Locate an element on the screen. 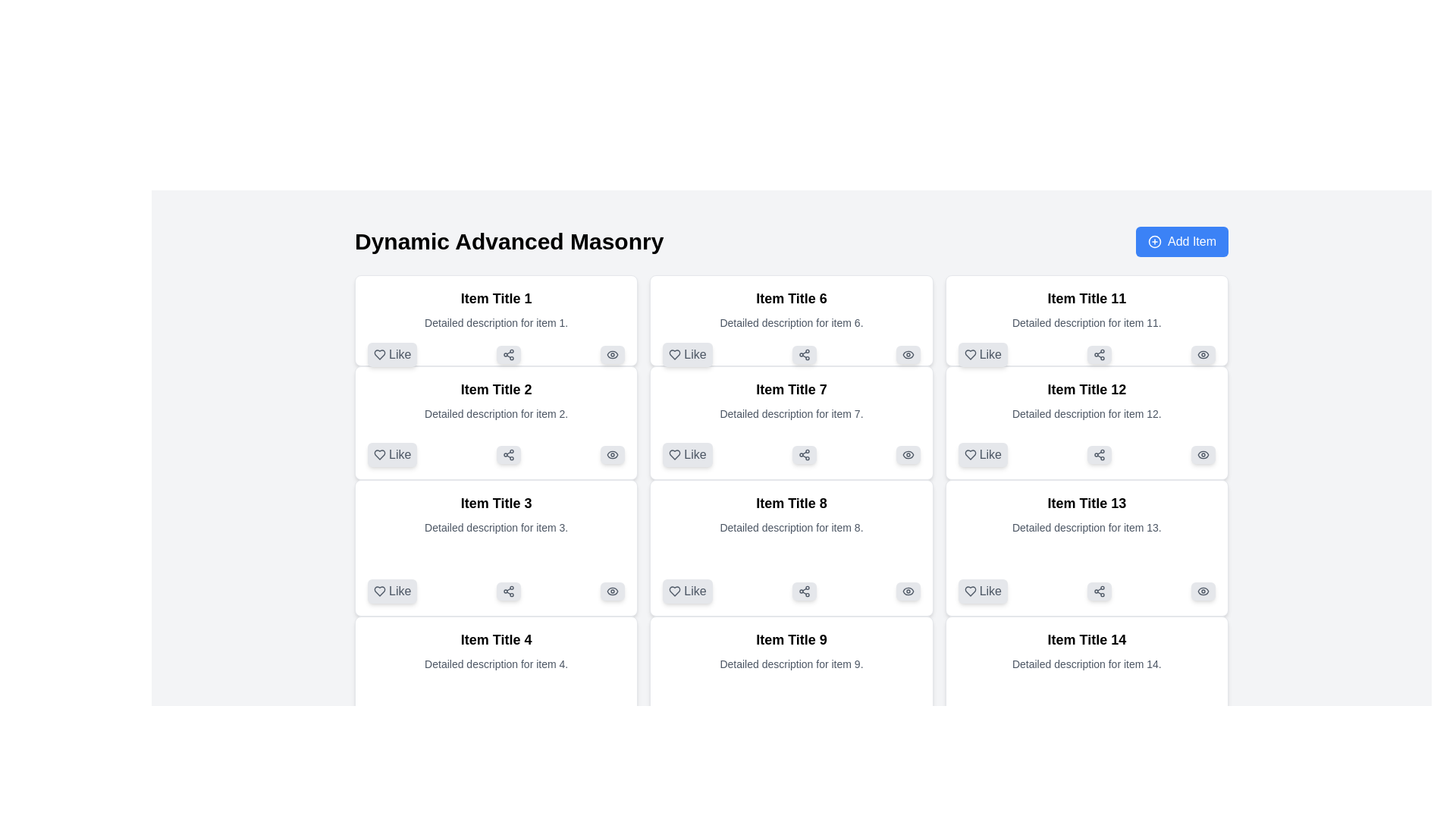  the 'Share' icon, which is a small interactive icon representing a network of three connected circles arranged in a triangular pattern, located within the card titled 'Item Title 7' is located at coordinates (803, 454).